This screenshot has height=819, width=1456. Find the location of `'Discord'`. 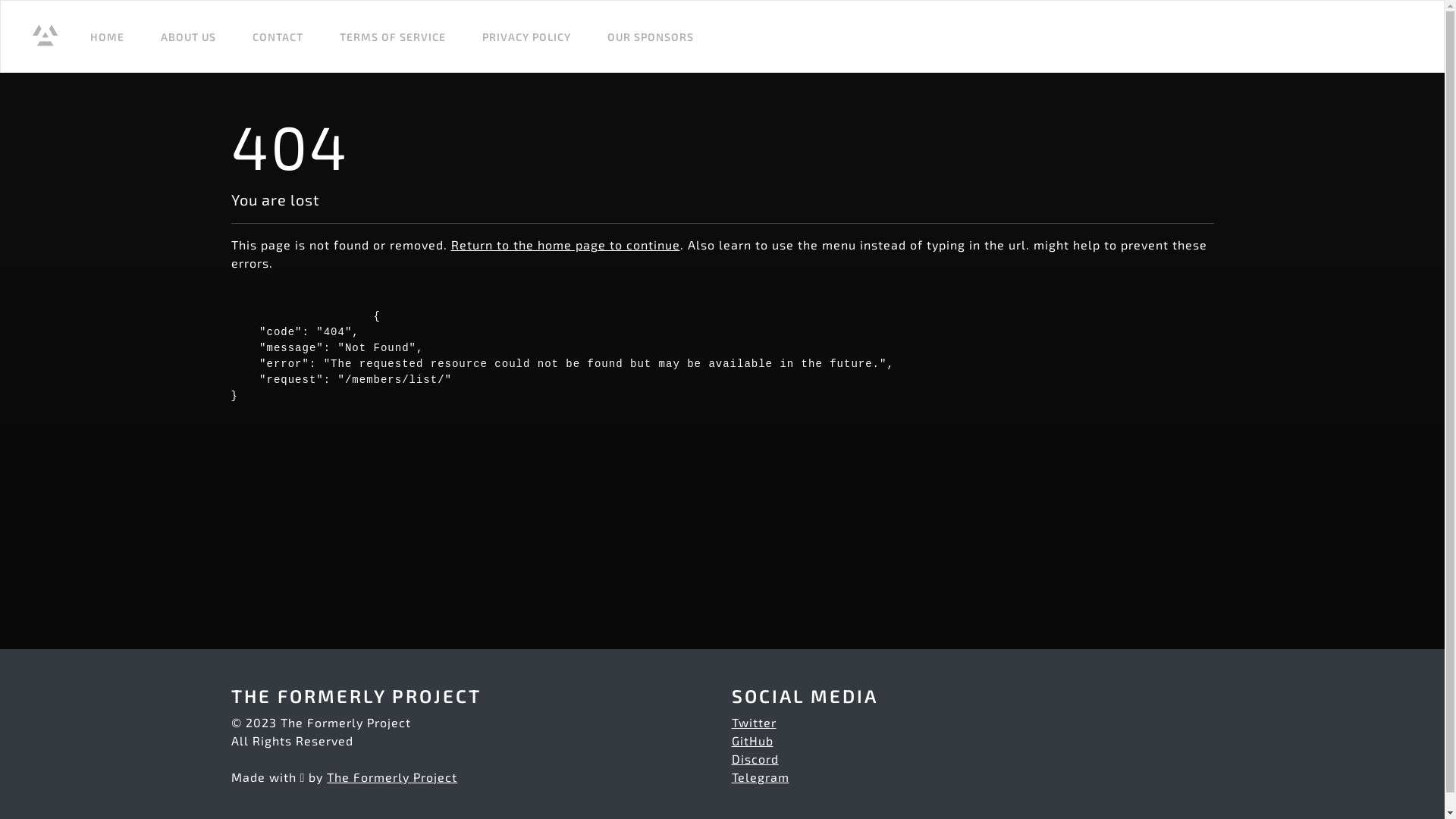

'Discord' is located at coordinates (754, 758).